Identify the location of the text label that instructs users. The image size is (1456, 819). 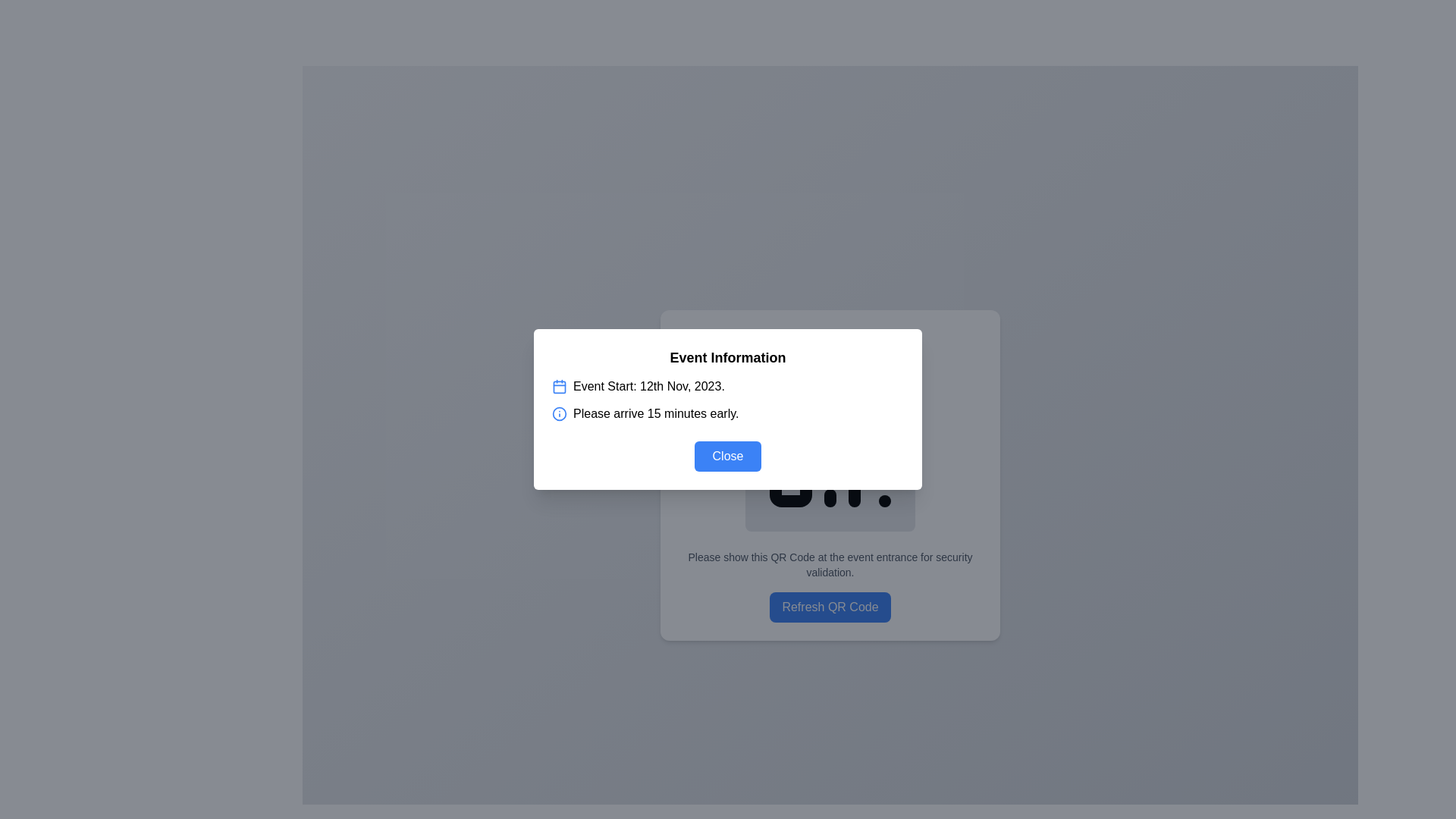
(829, 564).